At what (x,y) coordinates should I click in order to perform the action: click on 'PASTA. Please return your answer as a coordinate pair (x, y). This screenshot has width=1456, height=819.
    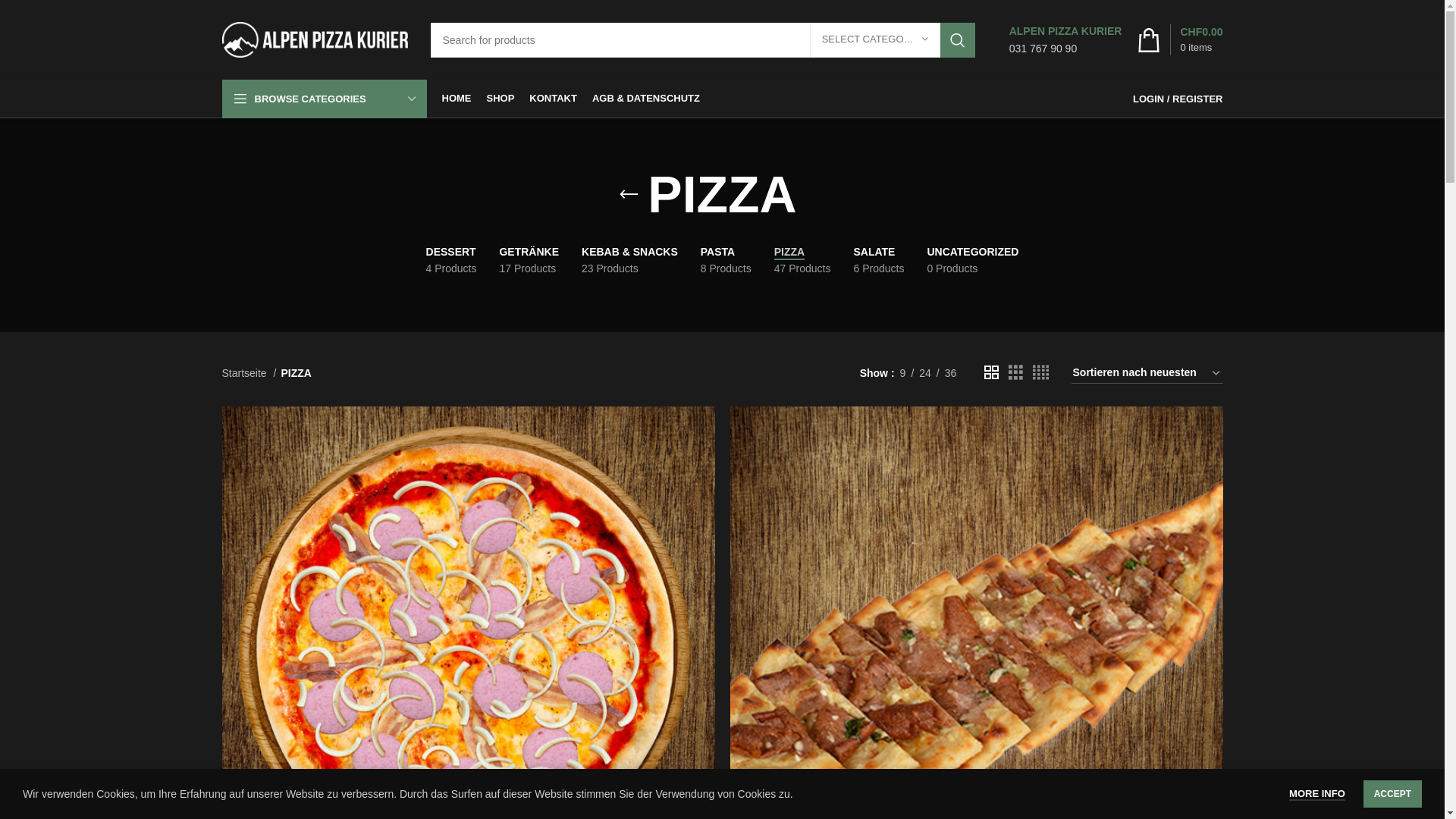
    Looking at the image, I should click on (700, 259).